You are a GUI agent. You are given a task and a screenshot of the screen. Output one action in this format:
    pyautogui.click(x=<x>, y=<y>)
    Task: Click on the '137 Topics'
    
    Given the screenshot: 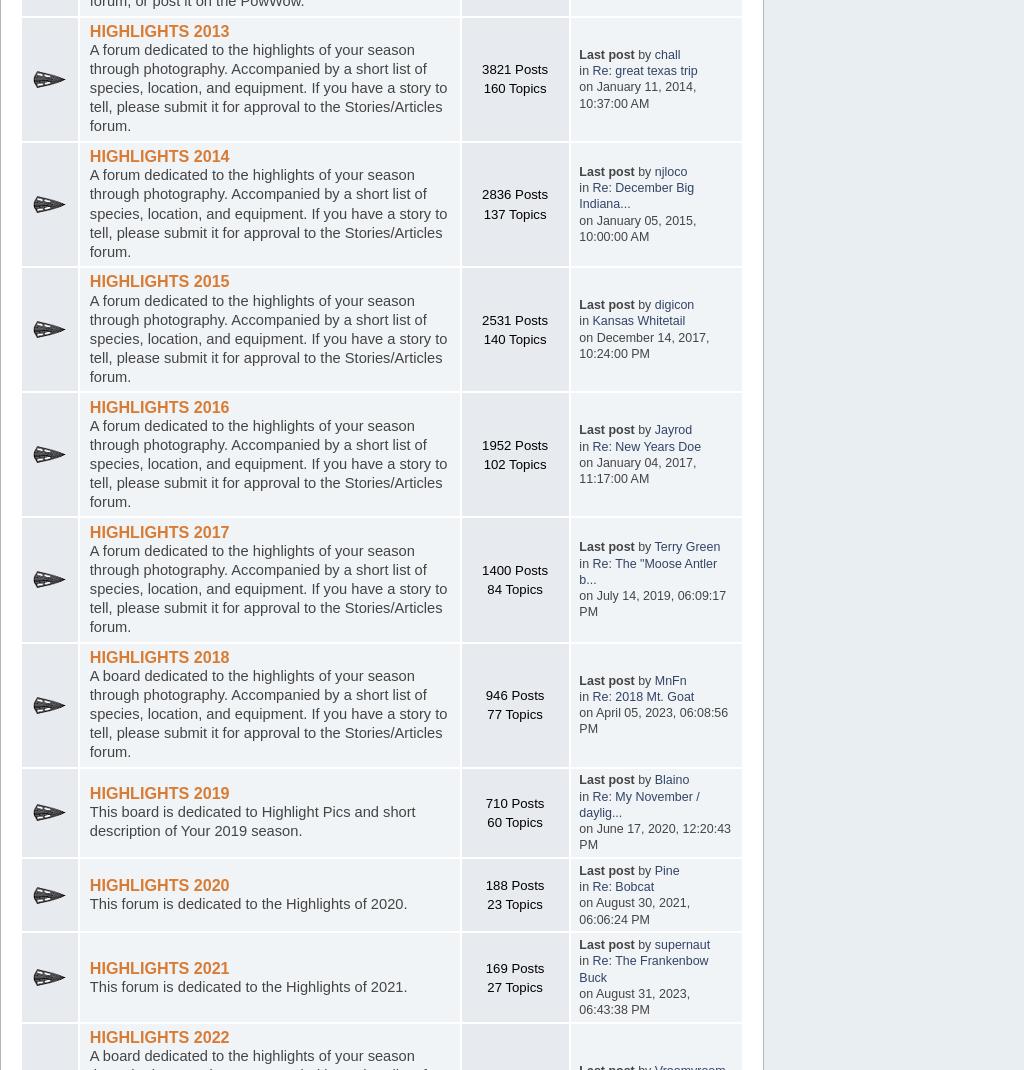 What is the action you would take?
    pyautogui.click(x=514, y=212)
    